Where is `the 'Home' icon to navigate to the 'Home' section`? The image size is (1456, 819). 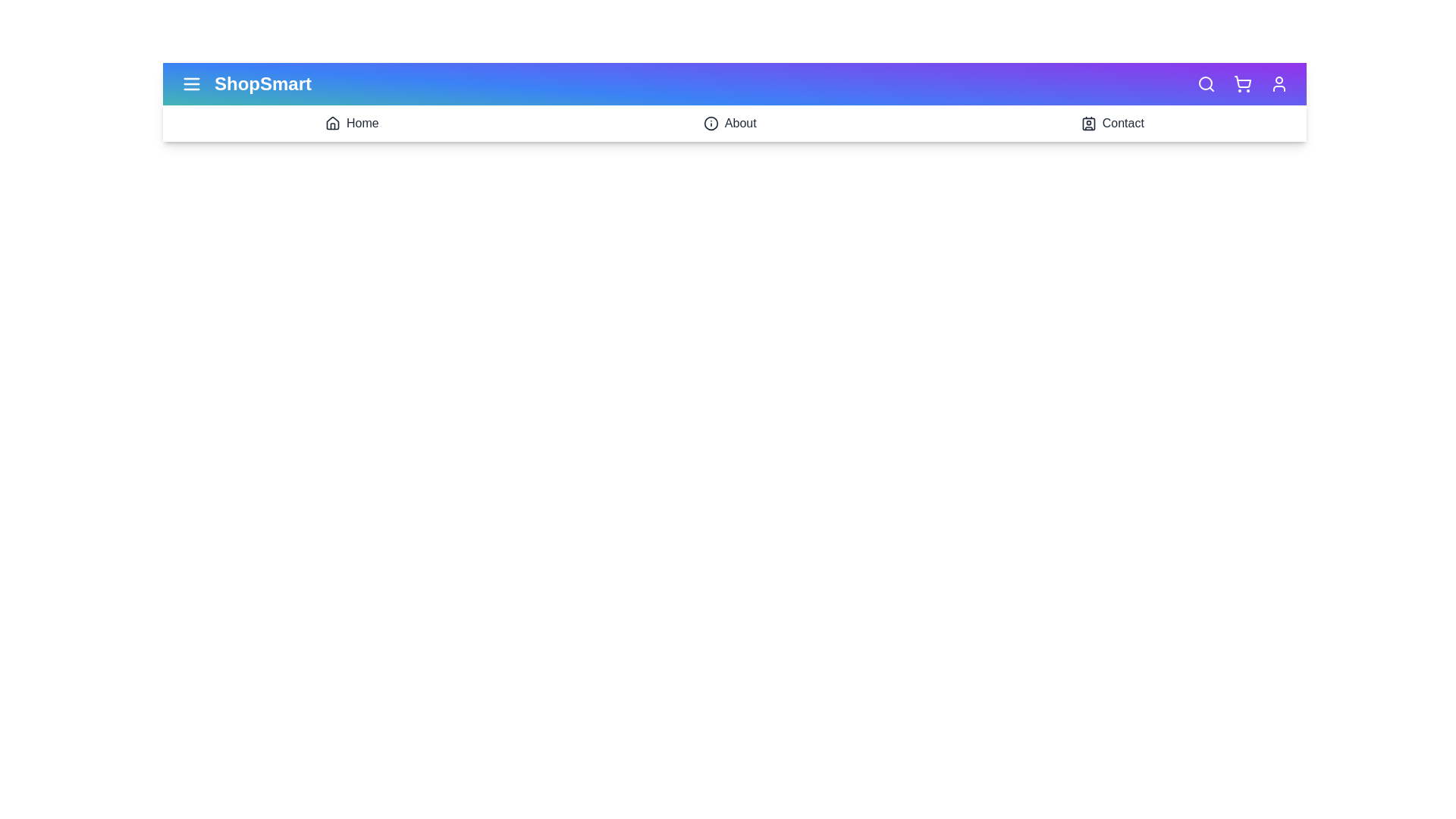
the 'Home' icon to navigate to the 'Home' section is located at coordinates (331, 122).